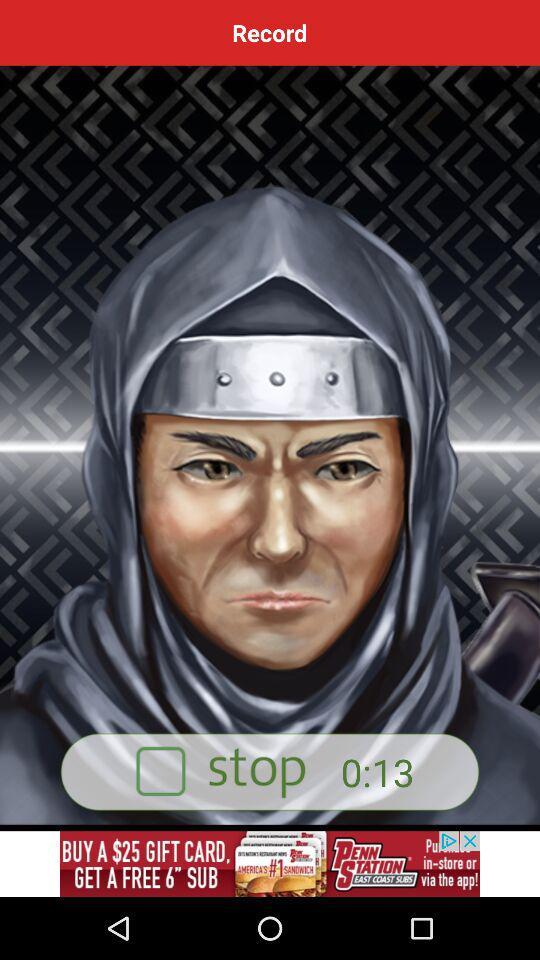 The width and height of the screenshot is (540, 960). I want to click on open advertisements, so click(270, 863).